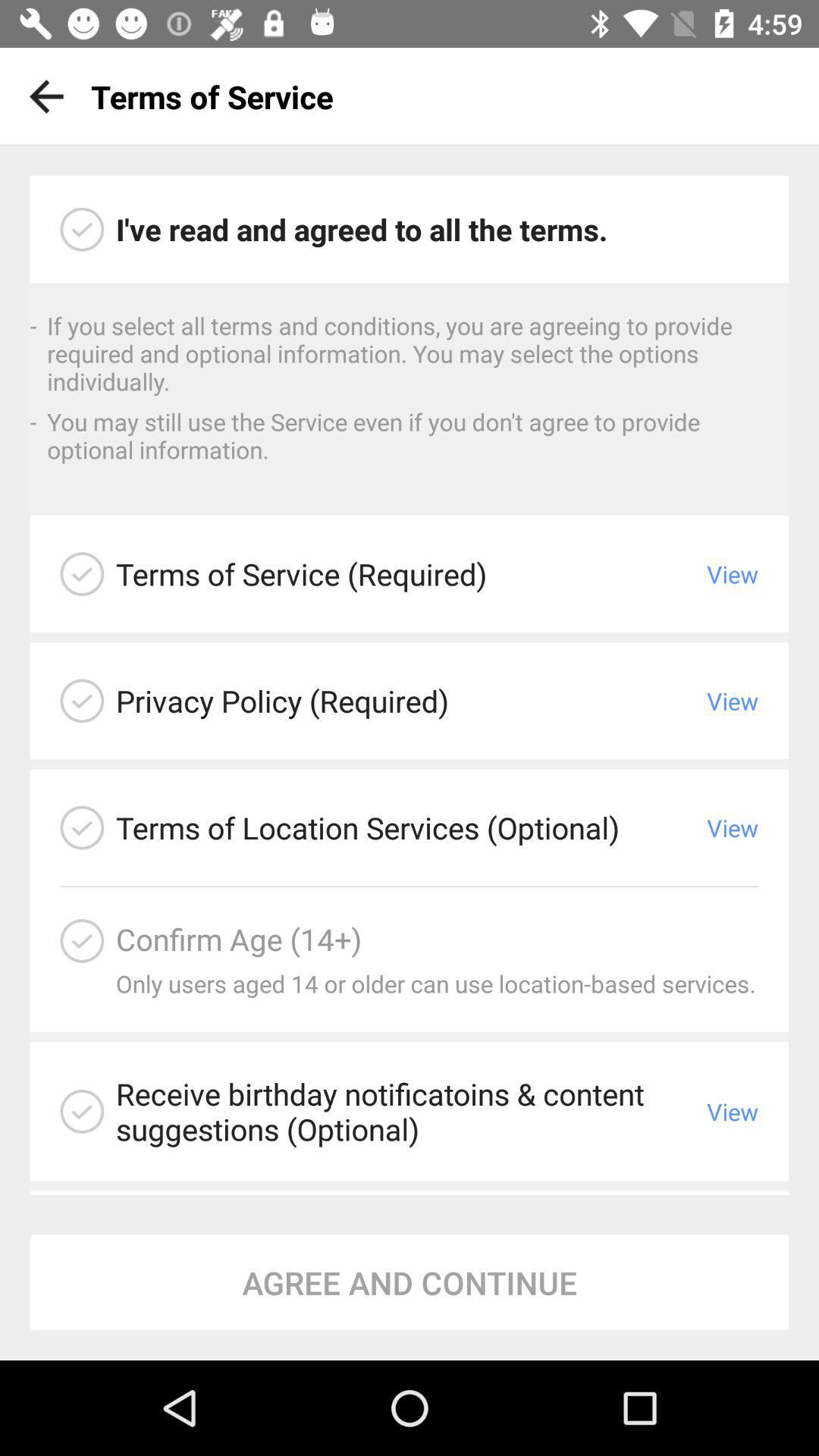  What do you see at coordinates (82, 573) in the screenshot?
I see `check to agree` at bounding box center [82, 573].